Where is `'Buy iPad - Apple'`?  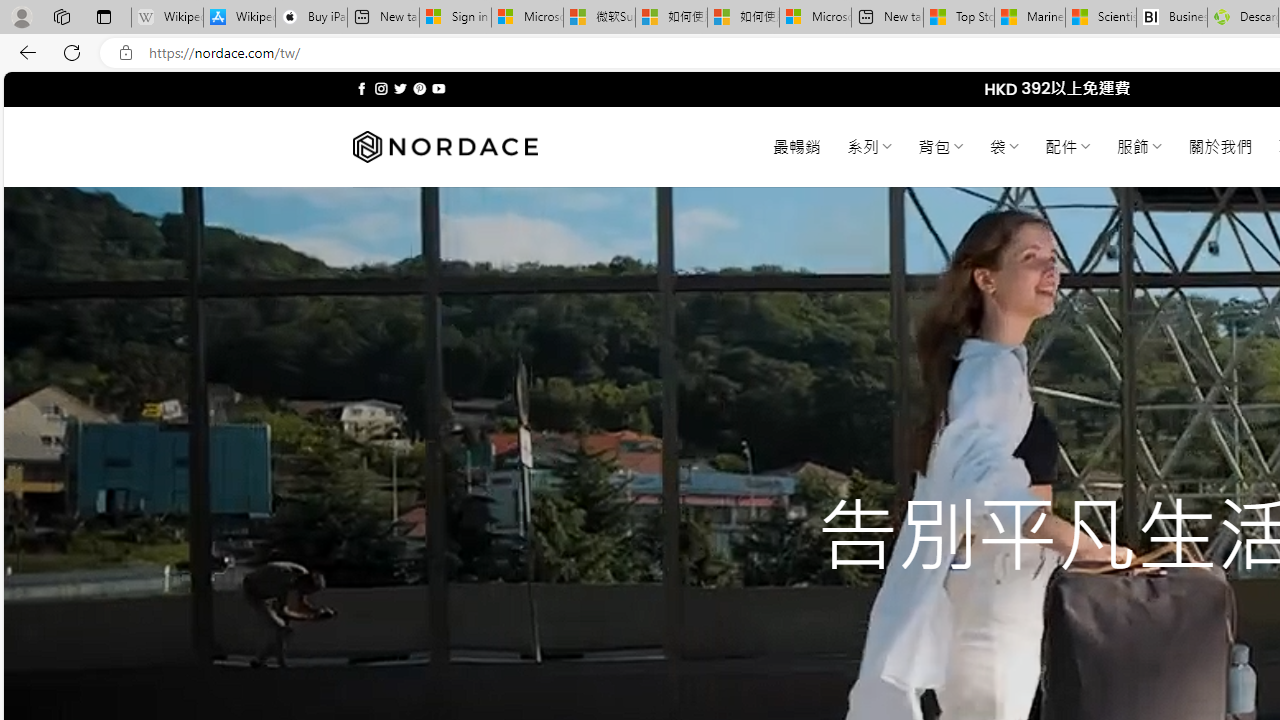
'Buy iPad - Apple' is located at coordinates (310, 17).